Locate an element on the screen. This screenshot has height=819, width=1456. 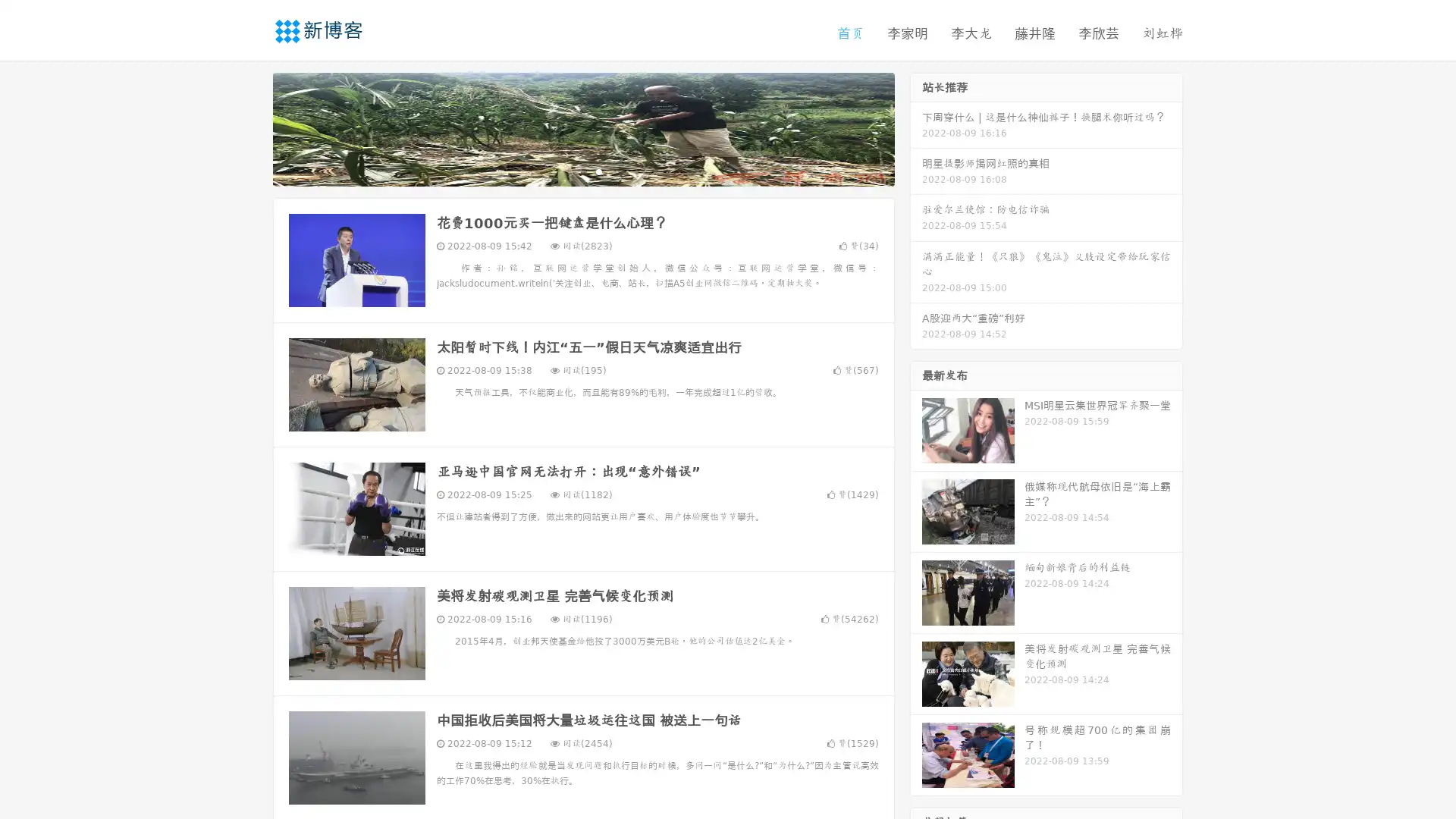
Next slide is located at coordinates (916, 127).